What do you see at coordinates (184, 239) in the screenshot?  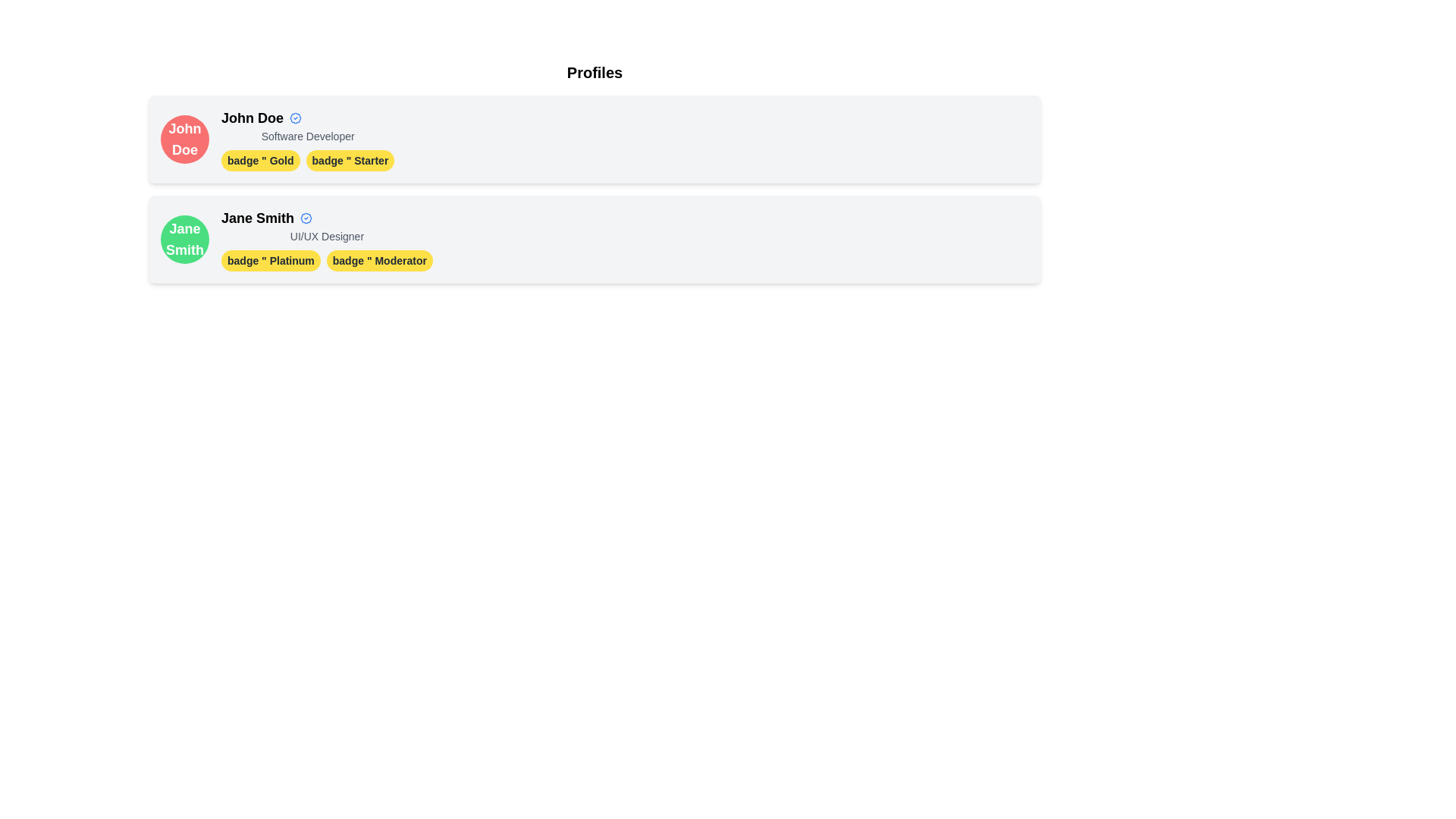 I see `the circular avatar element for 'Jane Smith', which is green with bold white text centered within it` at bounding box center [184, 239].